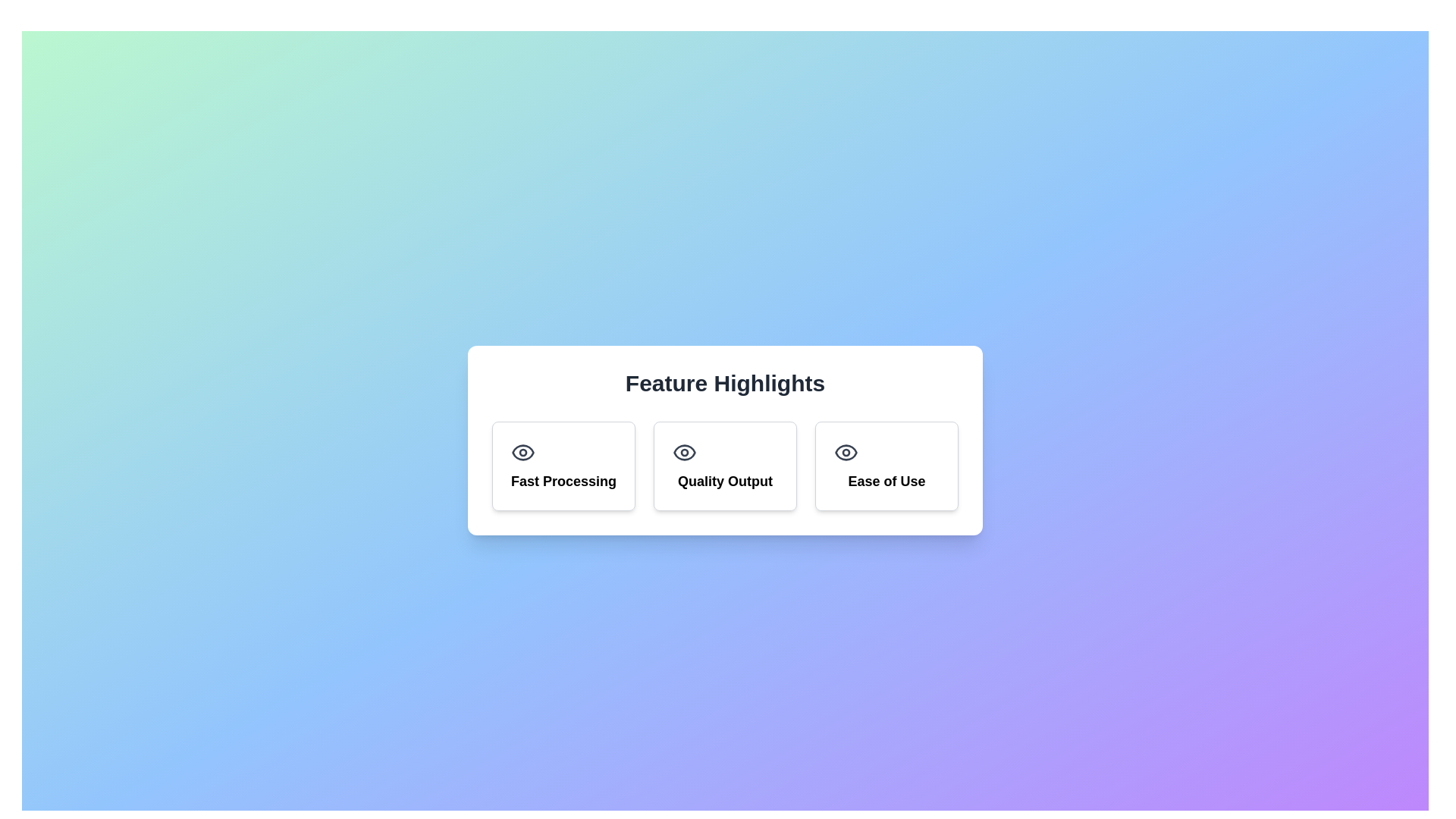 Image resolution: width=1456 pixels, height=819 pixels. I want to click on the 'Ease of Use' icon located in the rightmost card of the 'Feature Highlights' section, which visually represents the feature's clarity and accessibility, so click(846, 452).